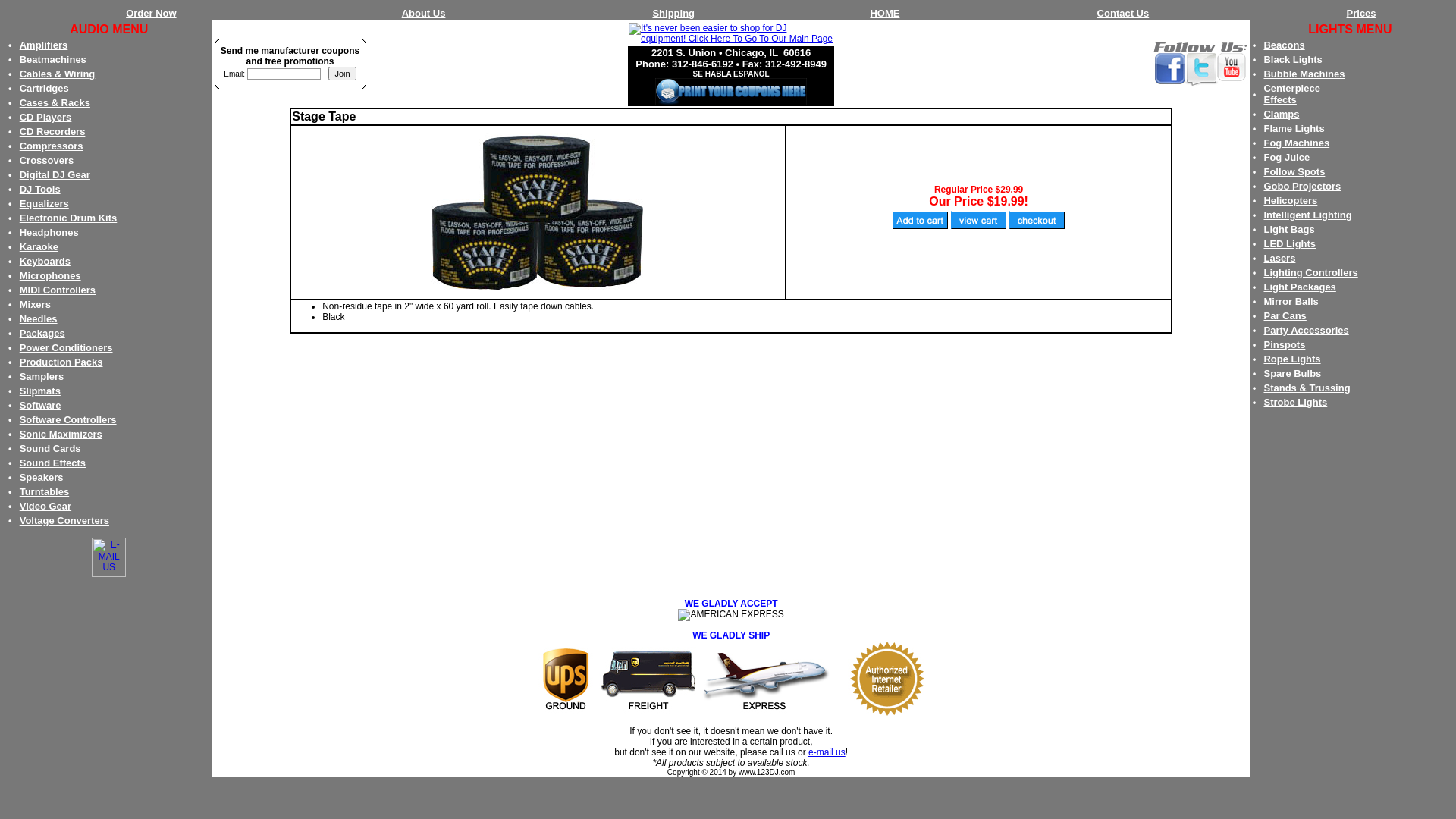  Describe the element at coordinates (1303, 74) in the screenshot. I see `'Bubble Machines'` at that location.